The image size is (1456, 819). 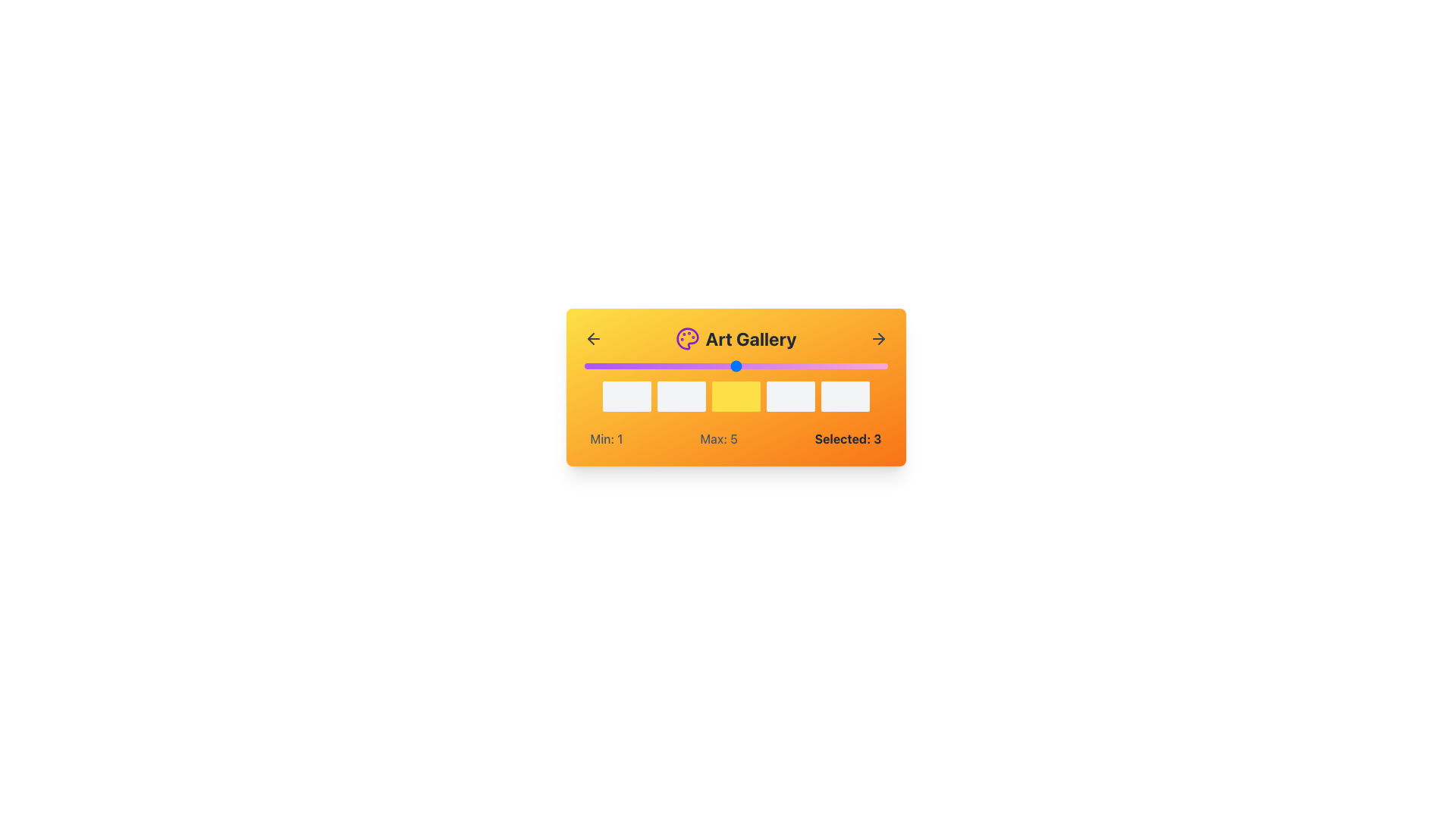 I want to click on the slider, so click(x=660, y=366).